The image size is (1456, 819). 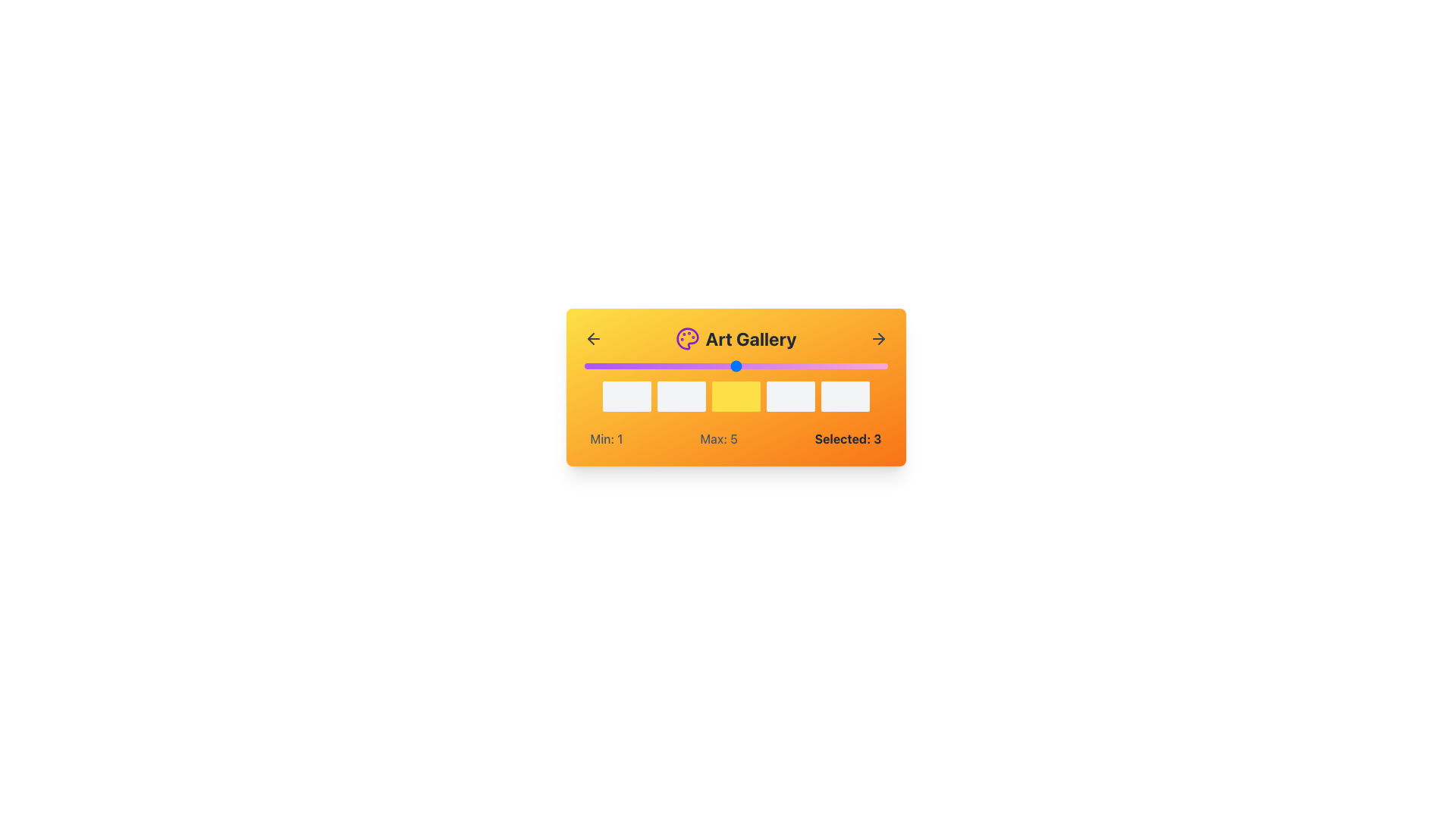 I want to click on the slider, so click(x=660, y=366).